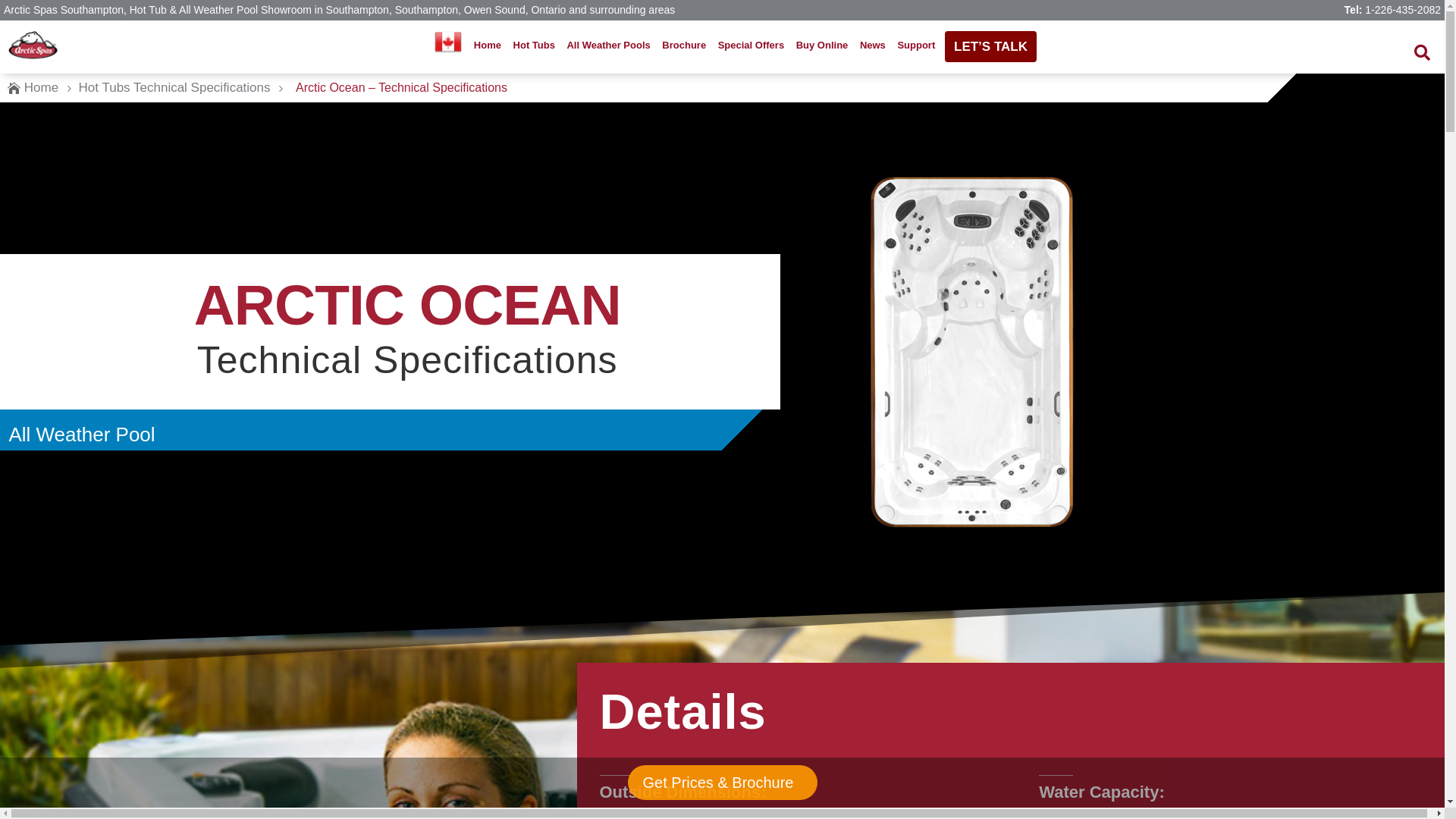 This screenshot has width=1456, height=819. Describe the element at coordinates (447, 40) in the screenshot. I see `'Choose Your Location'` at that location.